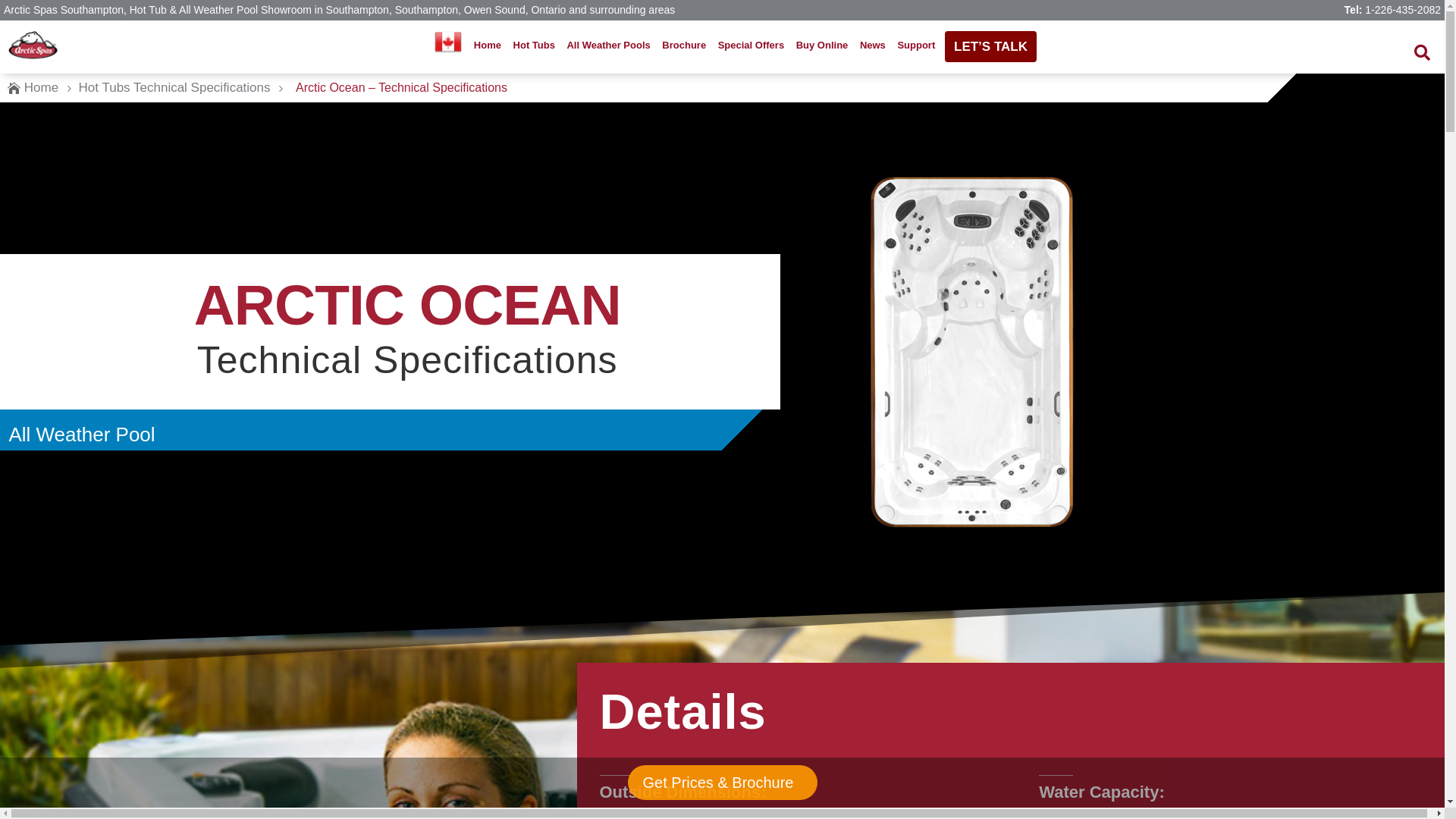 This screenshot has width=1456, height=819. Describe the element at coordinates (447, 40) in the screenshot. I see `'Choose Your Location'` at that location.